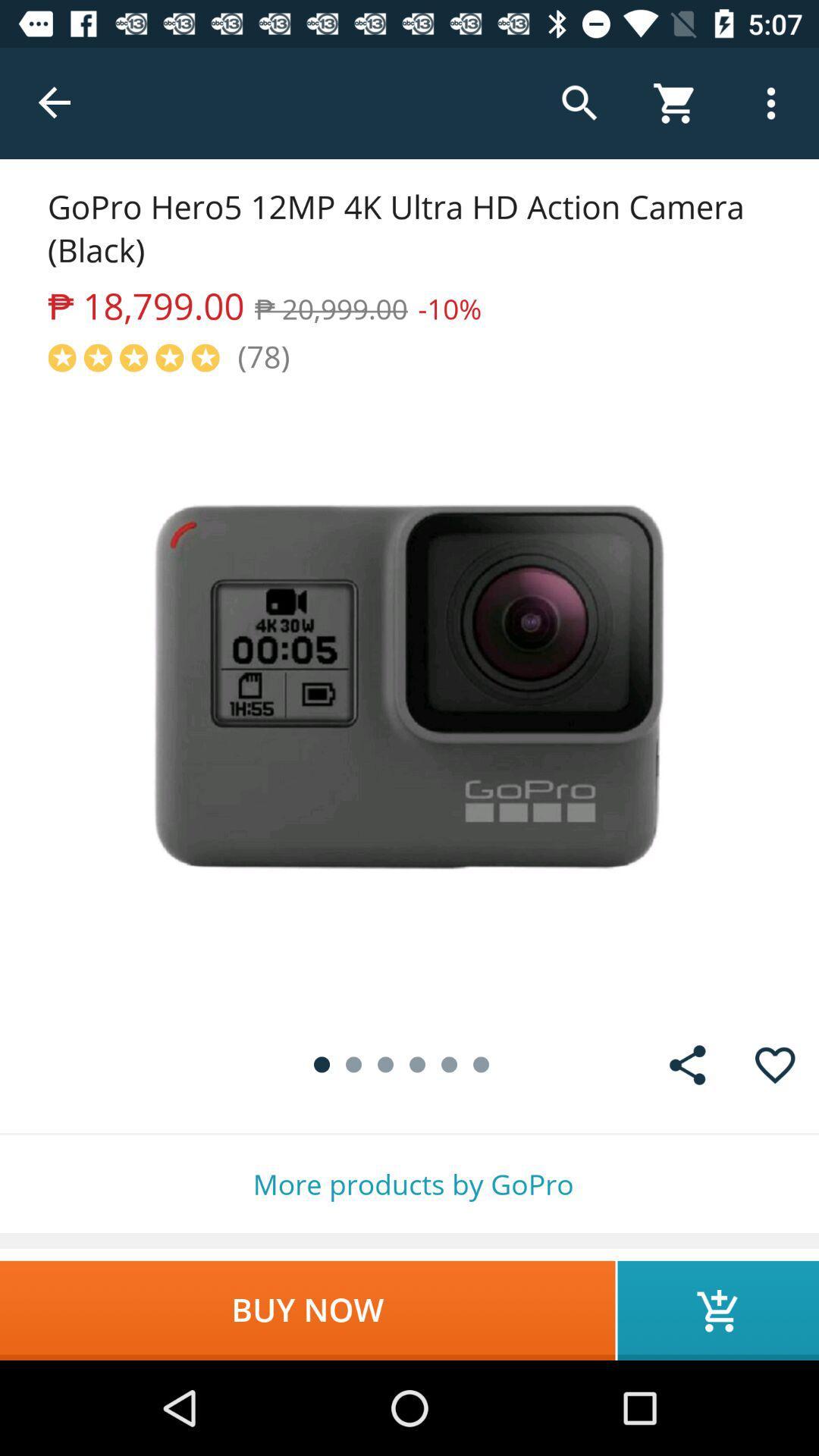  Describe the element at coordinates (775, 1064) in the screenshot. I see `like` at that location.